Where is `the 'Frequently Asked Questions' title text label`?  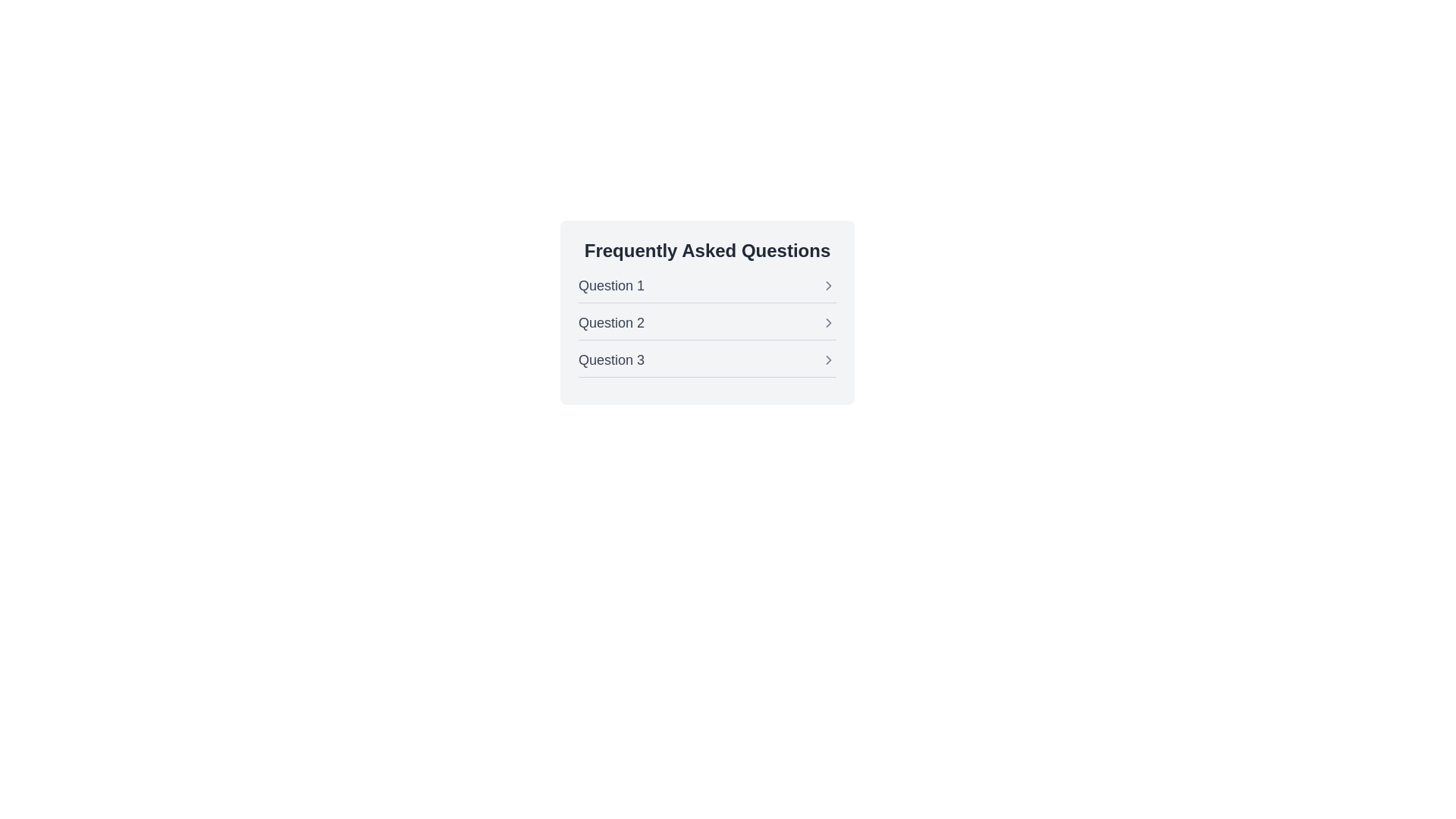 the 'Frequently Asked Questions' title text label is located at coordinates (611, 286).